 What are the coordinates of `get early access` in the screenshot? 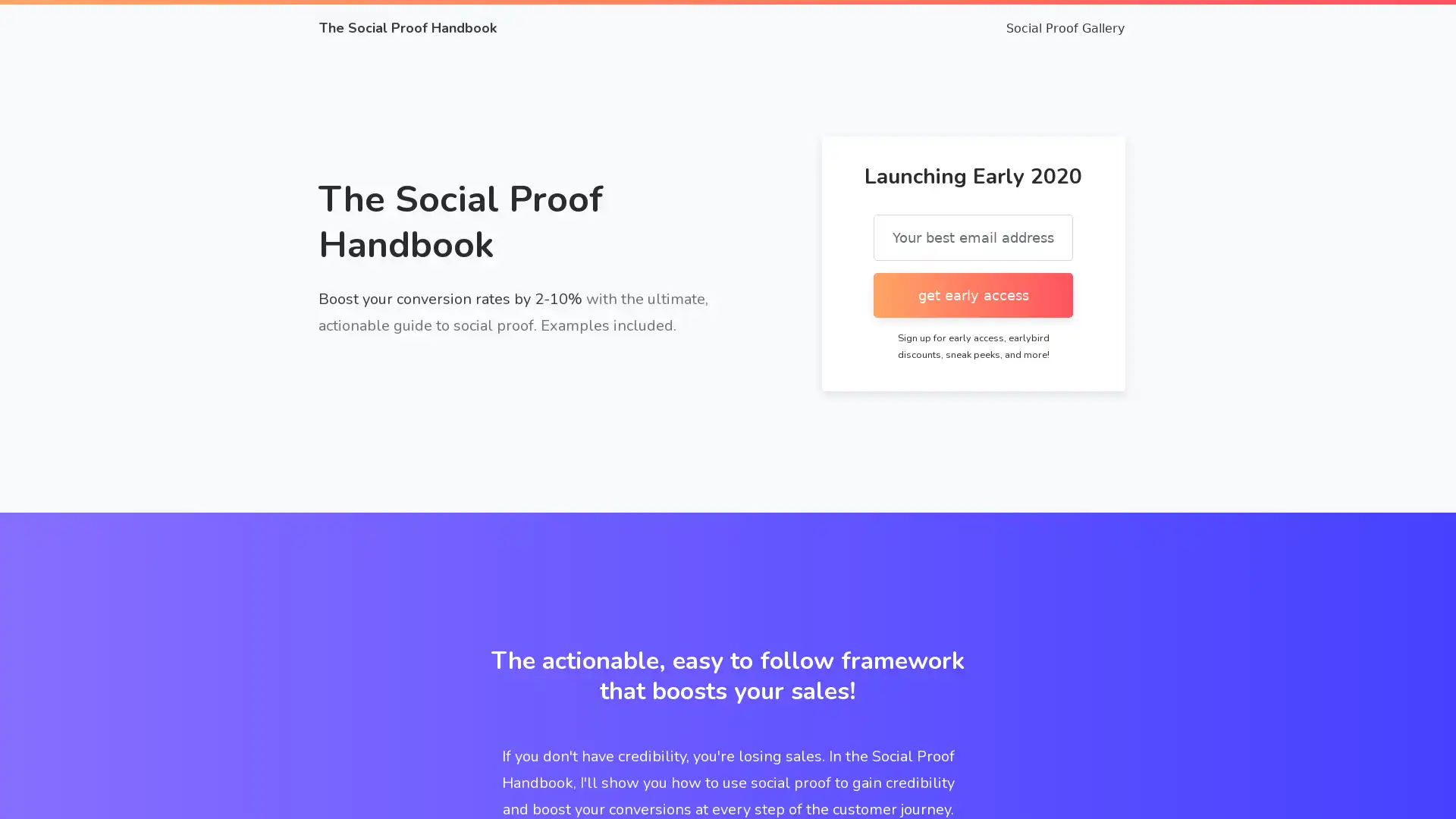 It's located at (973, 295).